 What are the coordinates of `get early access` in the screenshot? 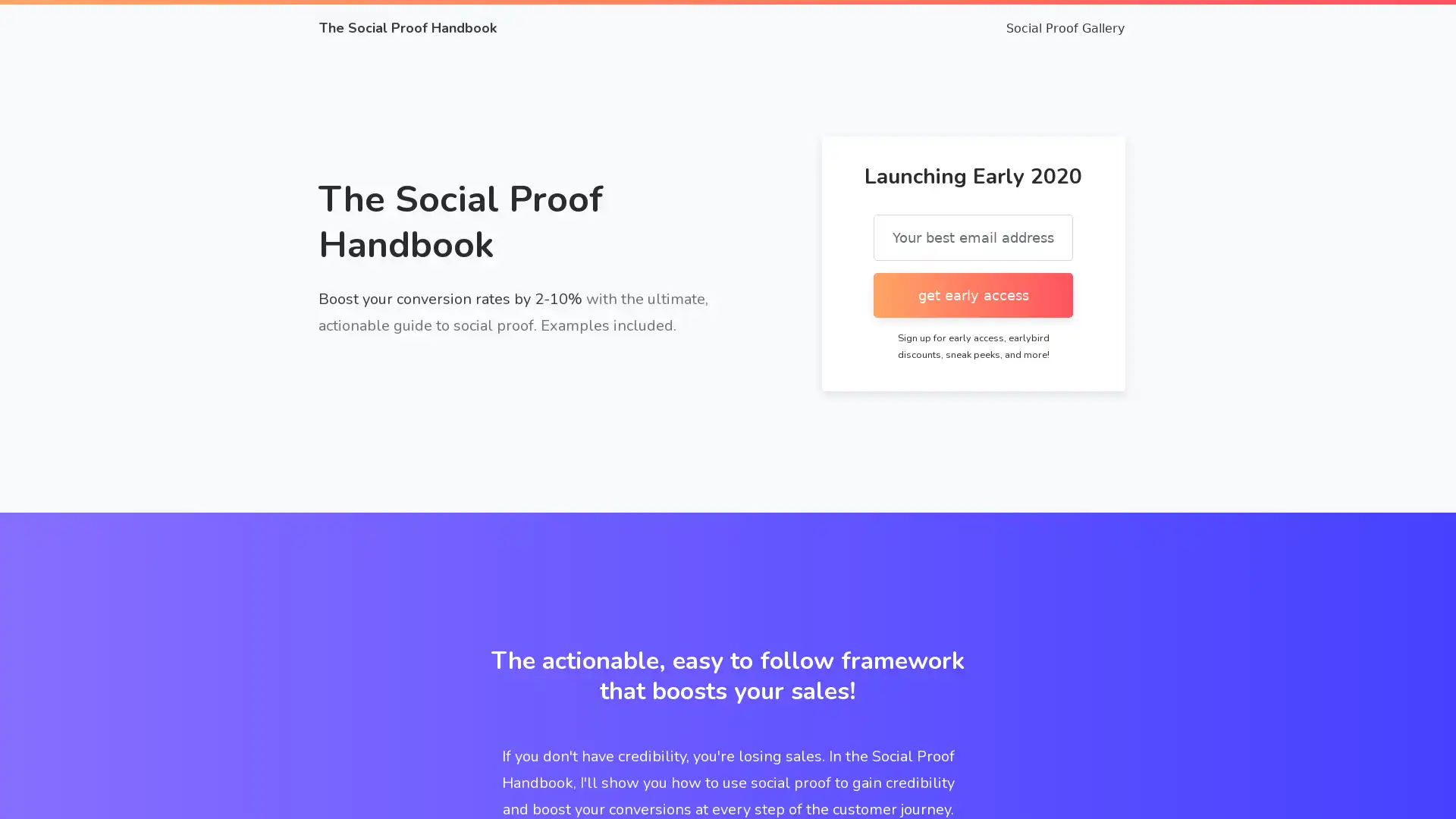 It's located at (973, 295).